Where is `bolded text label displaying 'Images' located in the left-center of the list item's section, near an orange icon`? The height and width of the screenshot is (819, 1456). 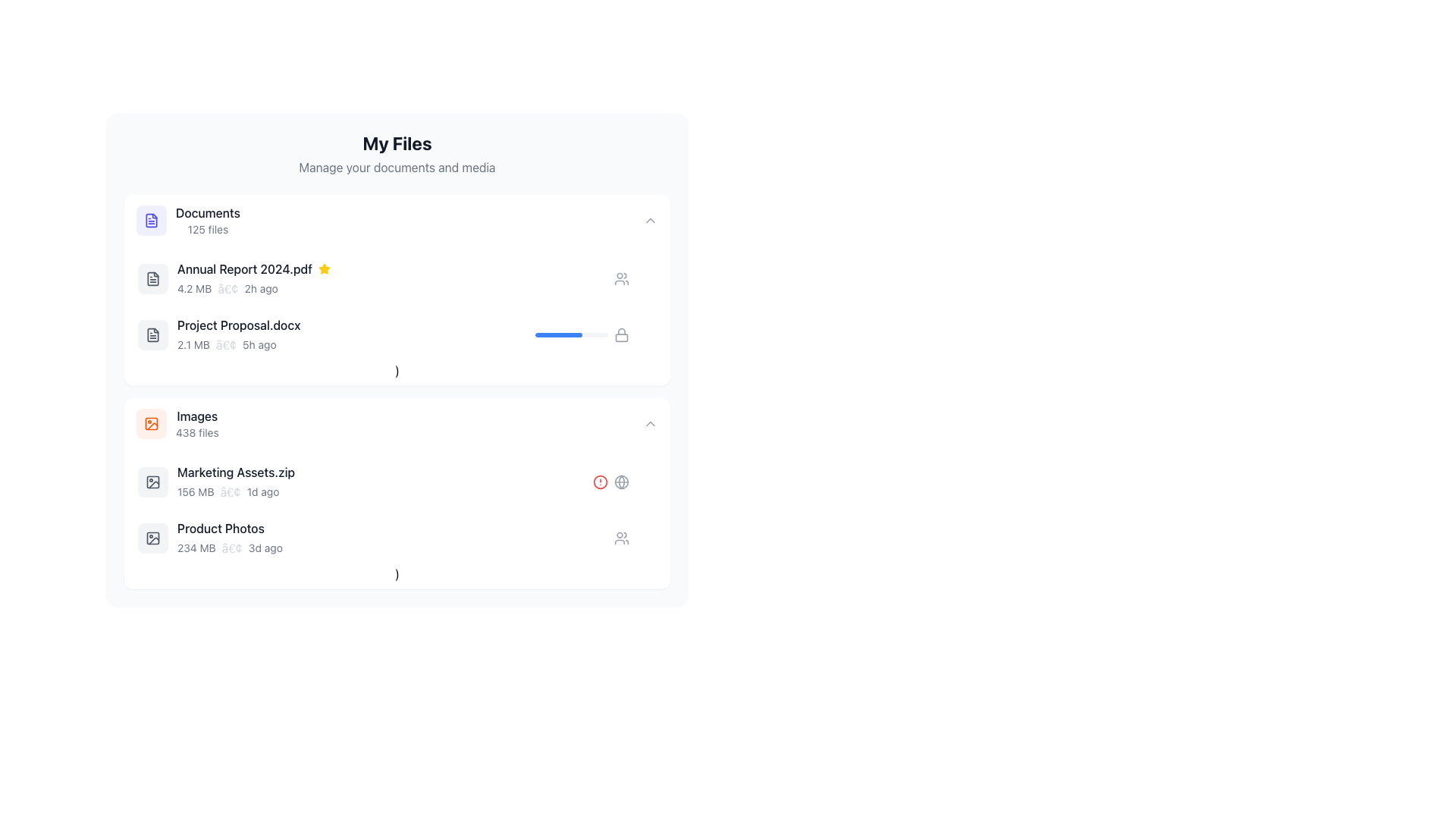
bolded text label displaying 'Images' located in the left-center of the list item's section, near an orange icon is located at coordinates (196, 416).